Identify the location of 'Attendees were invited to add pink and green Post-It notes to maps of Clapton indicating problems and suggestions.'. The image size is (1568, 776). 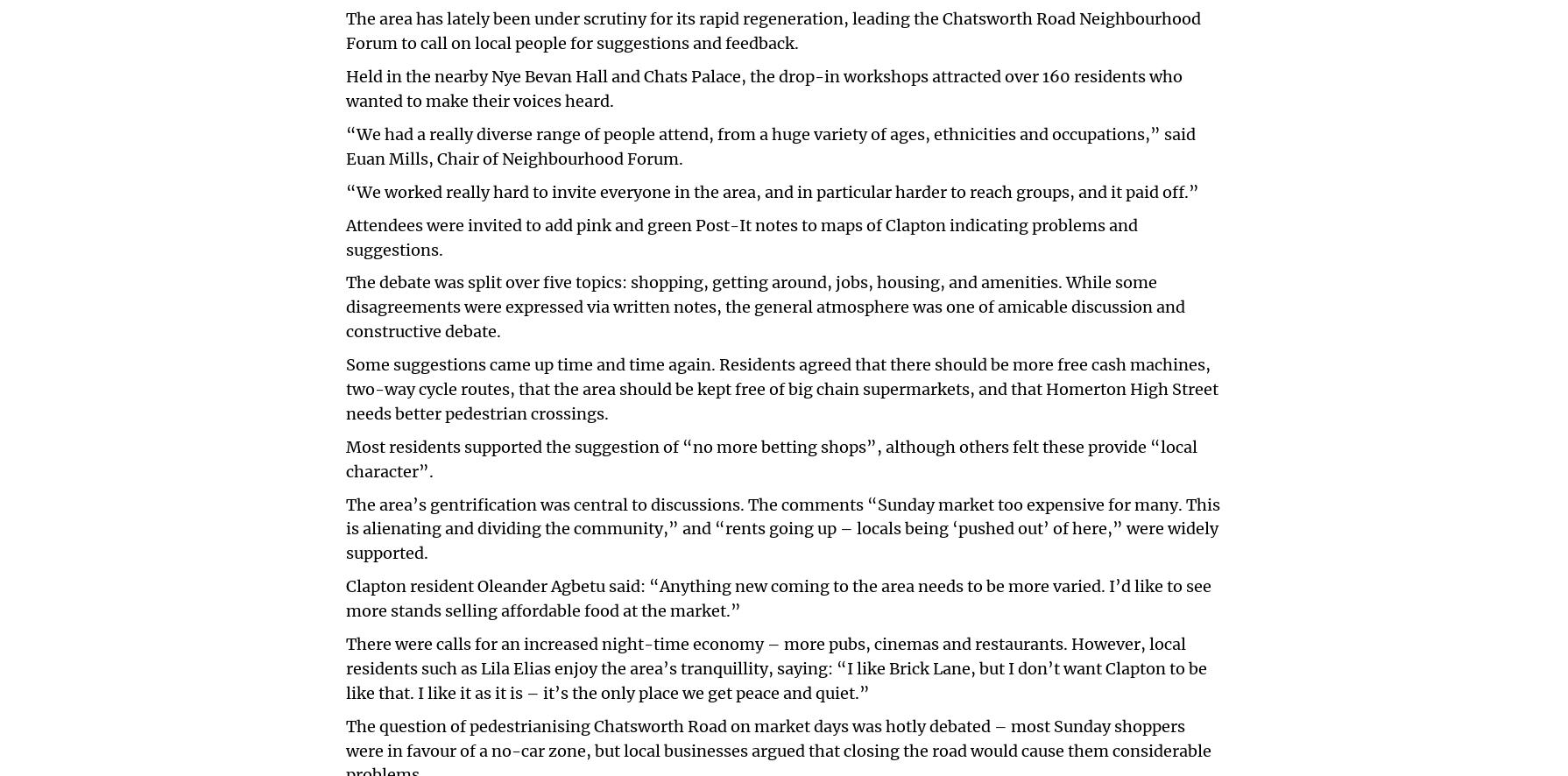
(741, 236).